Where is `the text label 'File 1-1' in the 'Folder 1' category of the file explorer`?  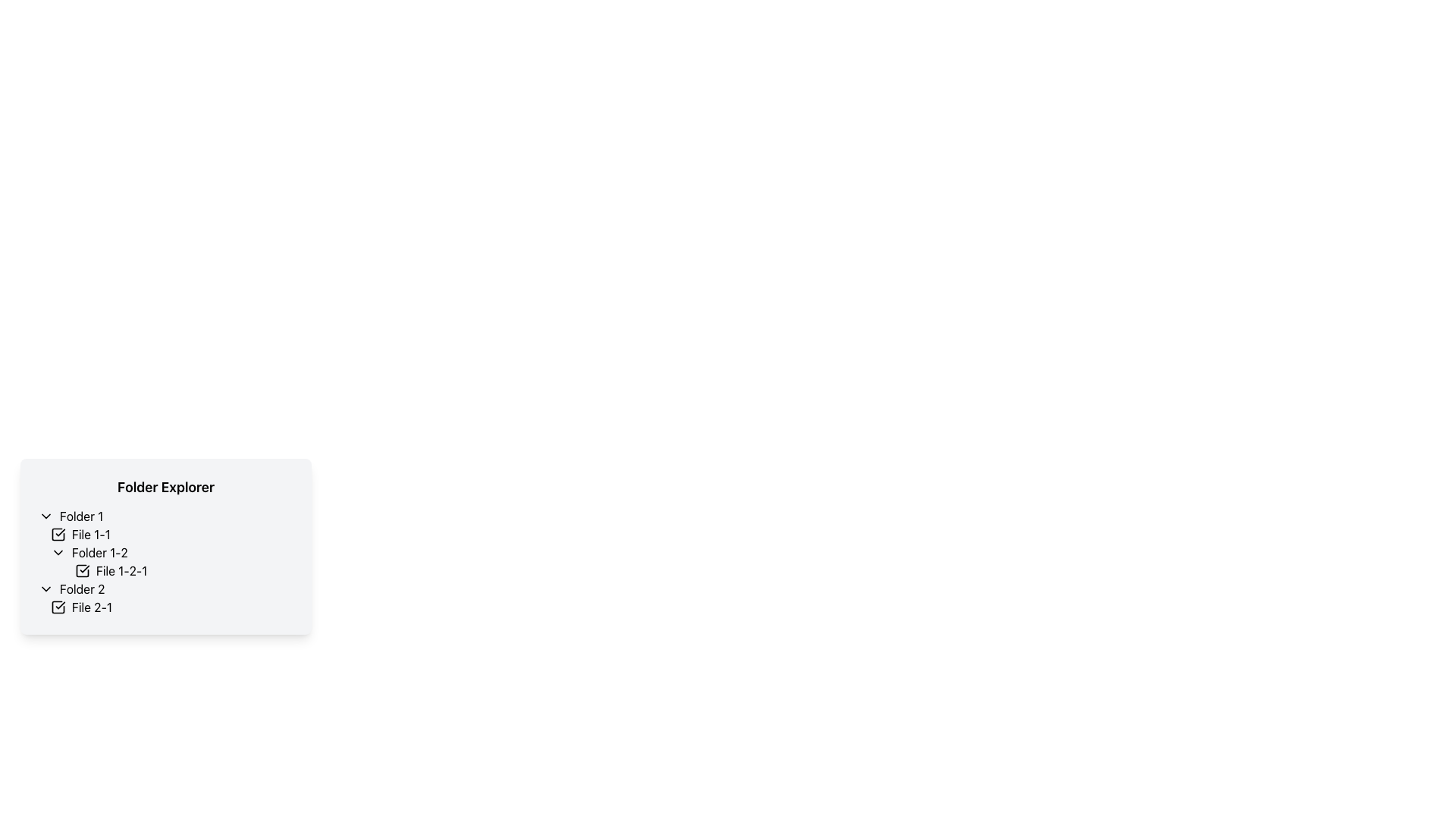
the text label 'File 1-1' in the 'Folder 1' category of the file explorer is located at coordinates (90, 534).